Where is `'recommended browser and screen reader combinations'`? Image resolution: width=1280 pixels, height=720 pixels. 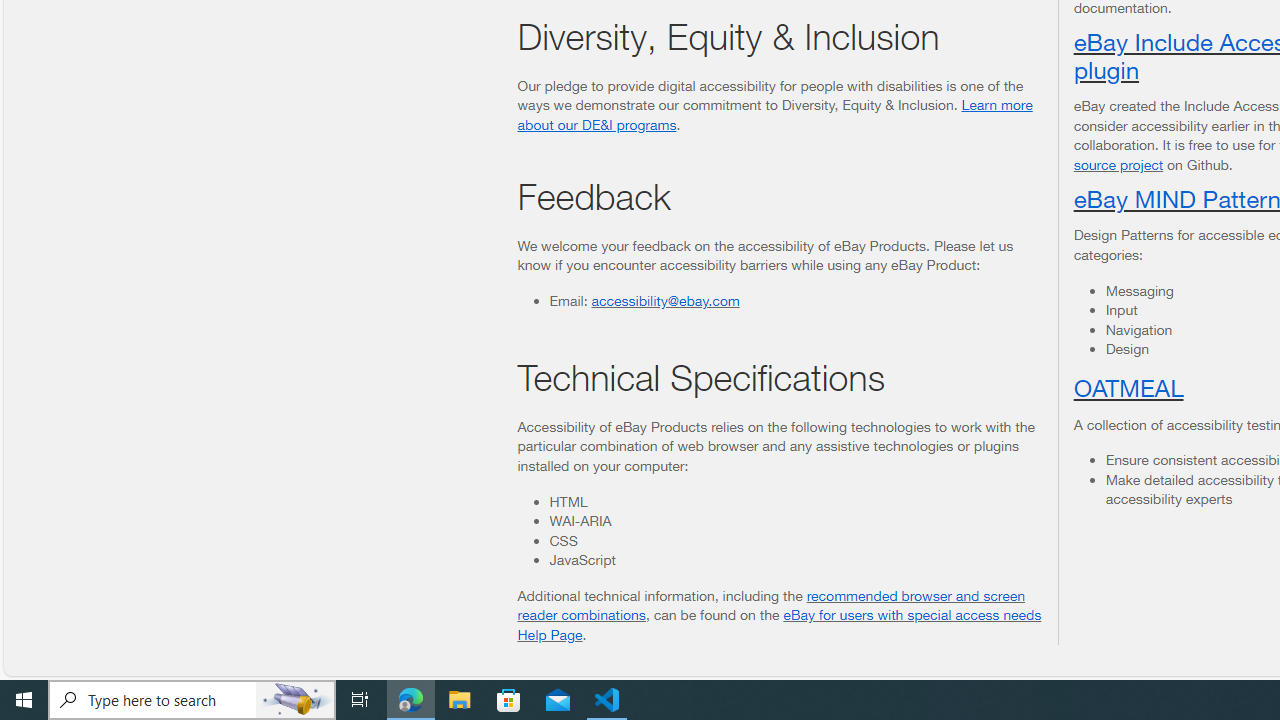
'recommended browser and screen reader combinations' is located at coordinates (770, 604).